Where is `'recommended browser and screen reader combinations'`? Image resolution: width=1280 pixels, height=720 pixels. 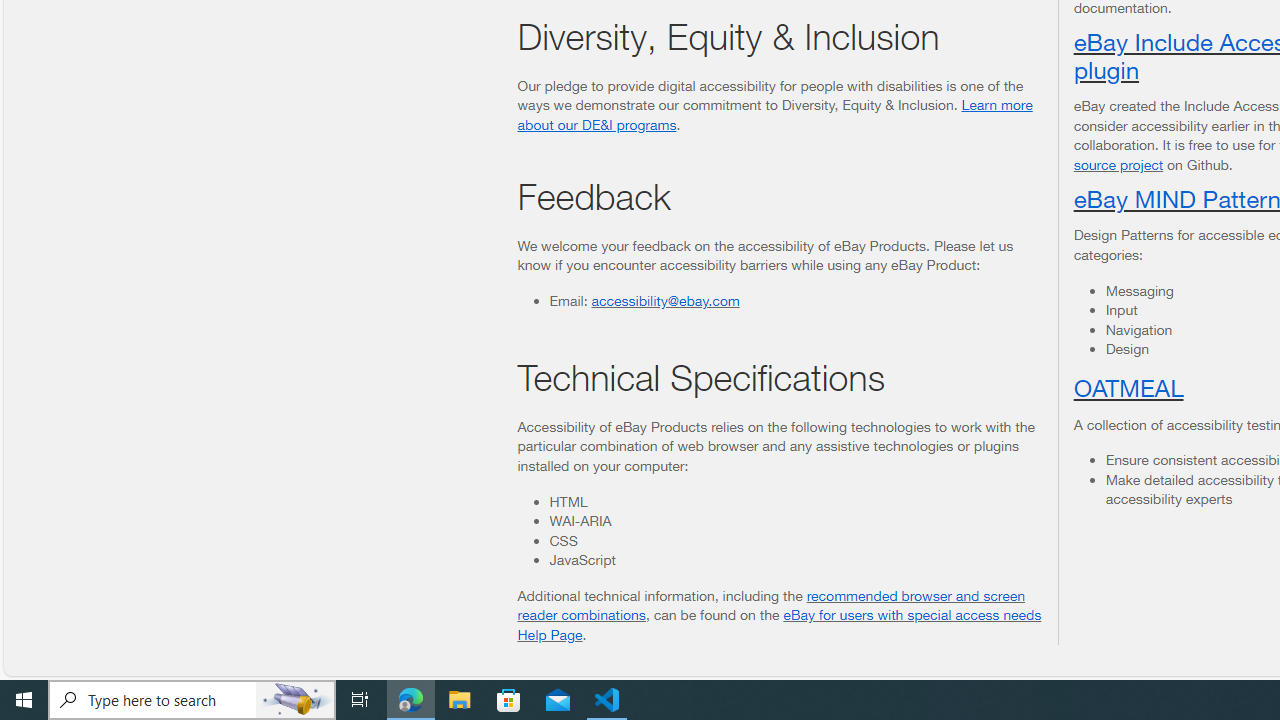
'recommended browser and screen reader combinations' is located at coordinates (770, 604).